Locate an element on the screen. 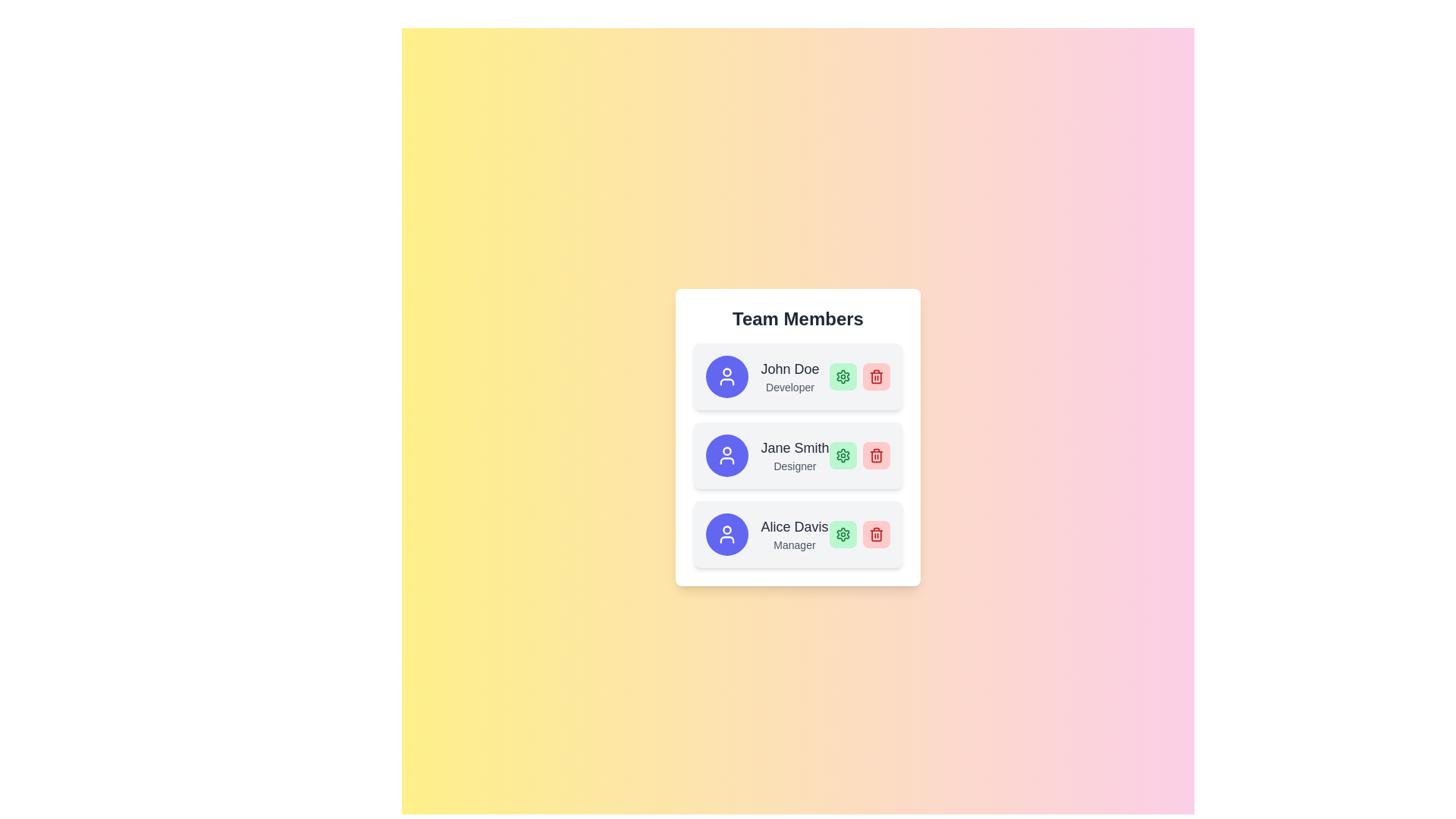 The width and height of the screenshot is (1456, 819). the static text label displaying 'Developer' in gray font, located beneath the name 'John Doe' within the first card of the 'Team Members' section is located at coordinates (789, 386).